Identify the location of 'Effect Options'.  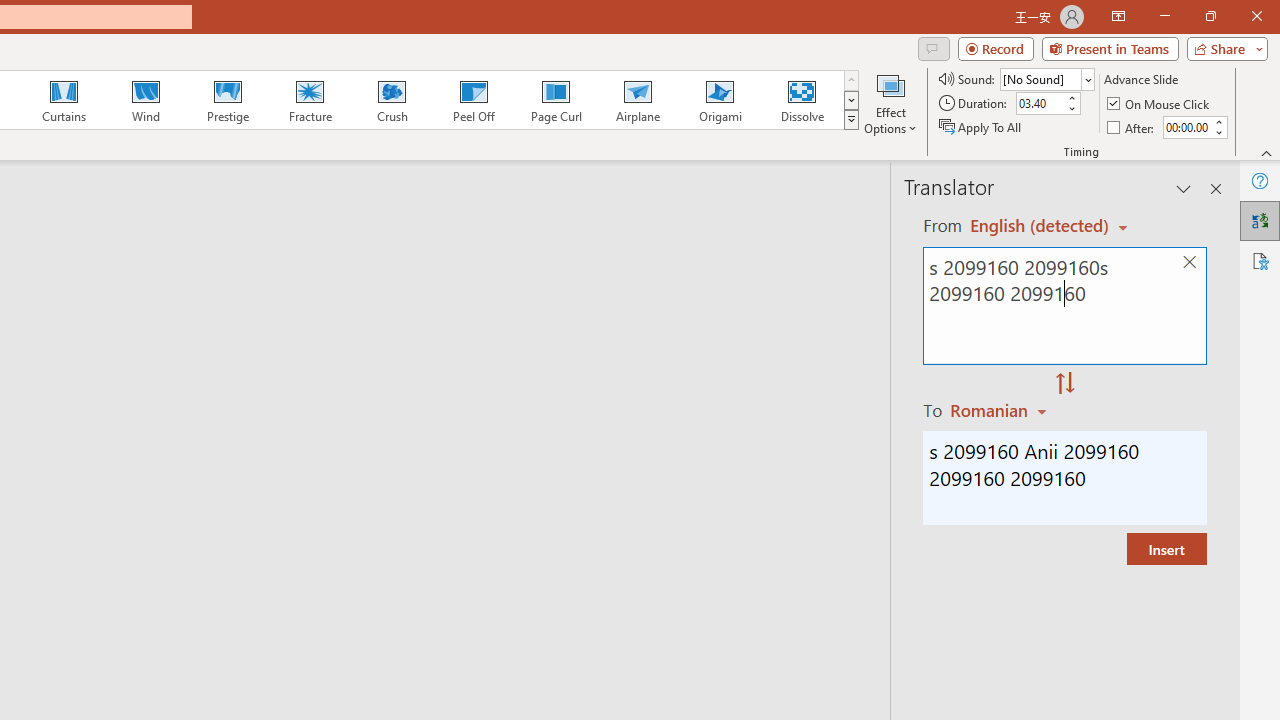
(889, 103).